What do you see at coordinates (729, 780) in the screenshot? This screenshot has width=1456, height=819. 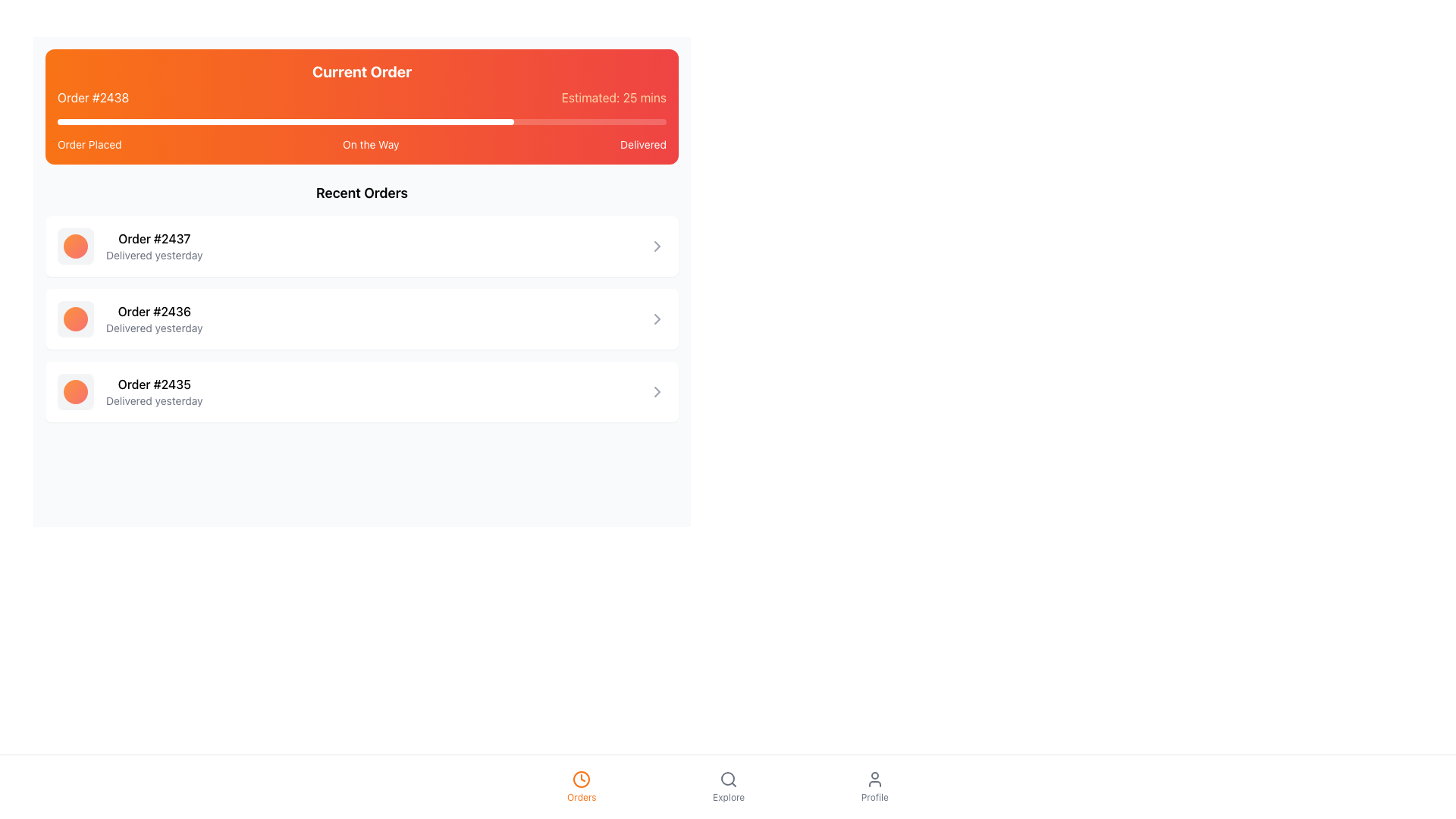 I see `the magnifying glass icon in the bottom navigation bar, which is associated with the 'Explore' functionality` at bounding box center [729, 780].